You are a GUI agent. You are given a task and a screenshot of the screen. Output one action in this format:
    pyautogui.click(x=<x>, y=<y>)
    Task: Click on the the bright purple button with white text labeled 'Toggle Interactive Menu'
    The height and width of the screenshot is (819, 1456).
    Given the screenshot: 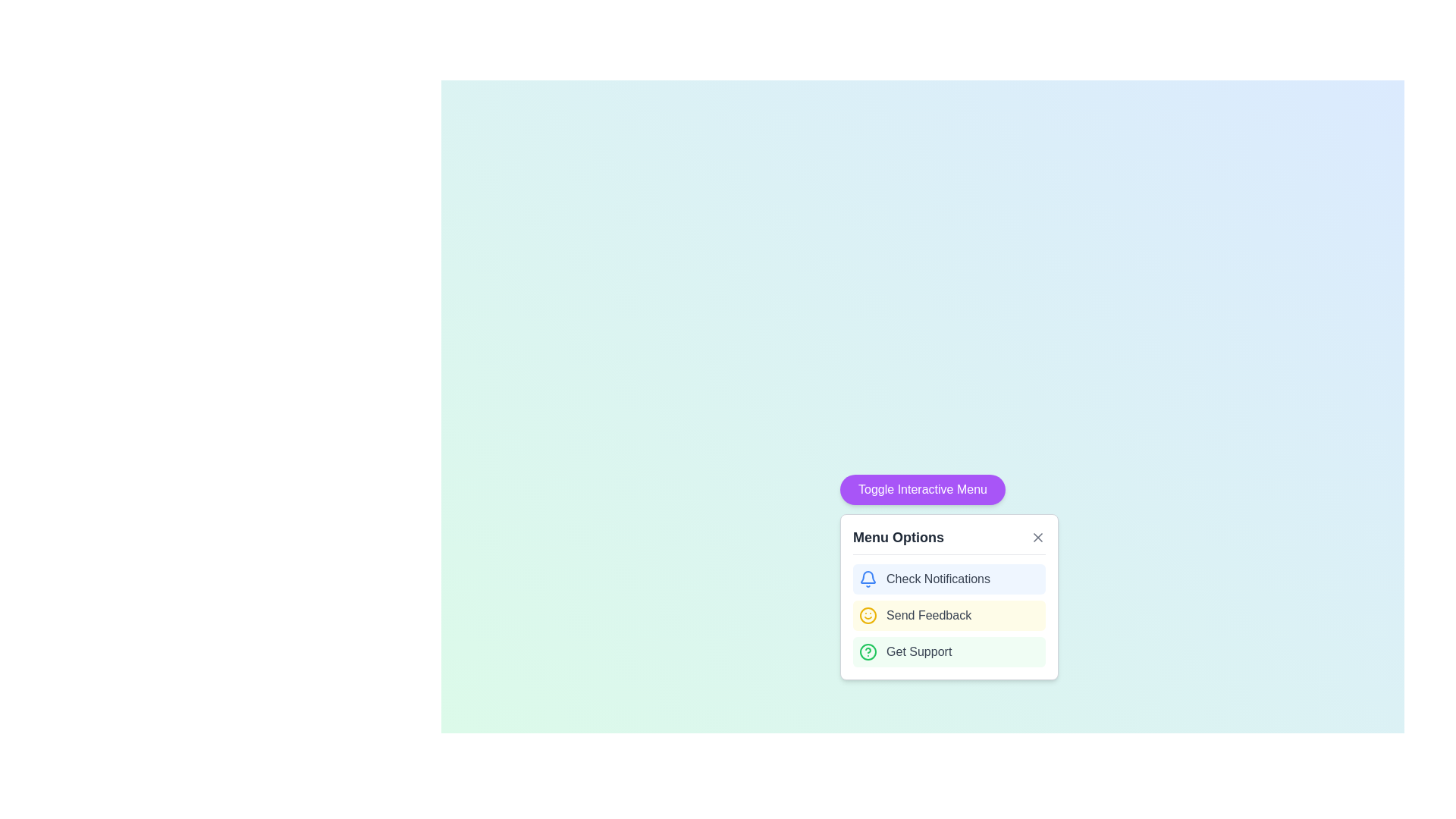 What is the action you would take?
    pyautogui.click(x=922, y=489)
    